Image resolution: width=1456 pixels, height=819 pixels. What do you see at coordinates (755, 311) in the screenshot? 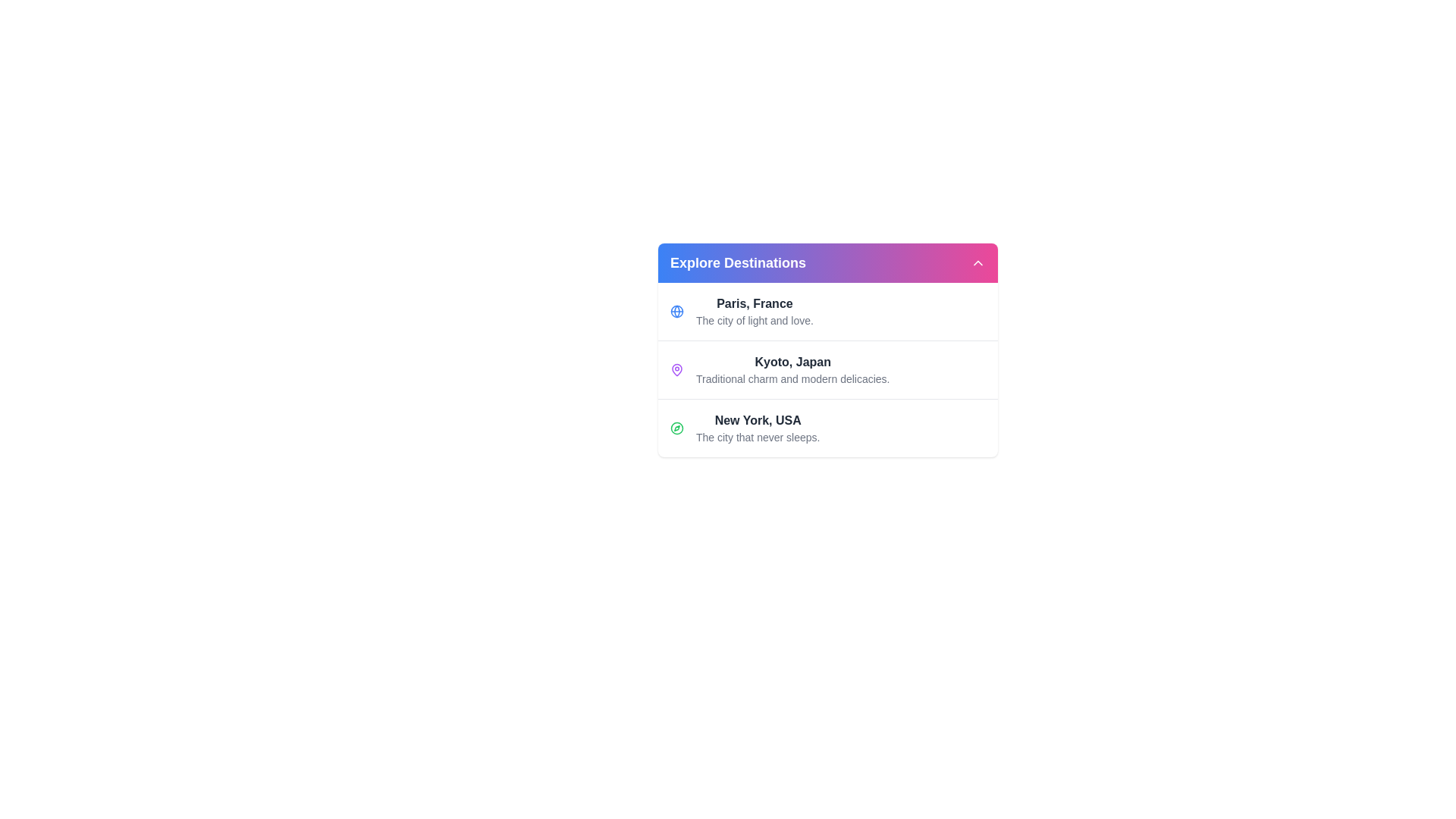
I see `the text block representing 'Paris, France'` at bounding box center [755, 311].